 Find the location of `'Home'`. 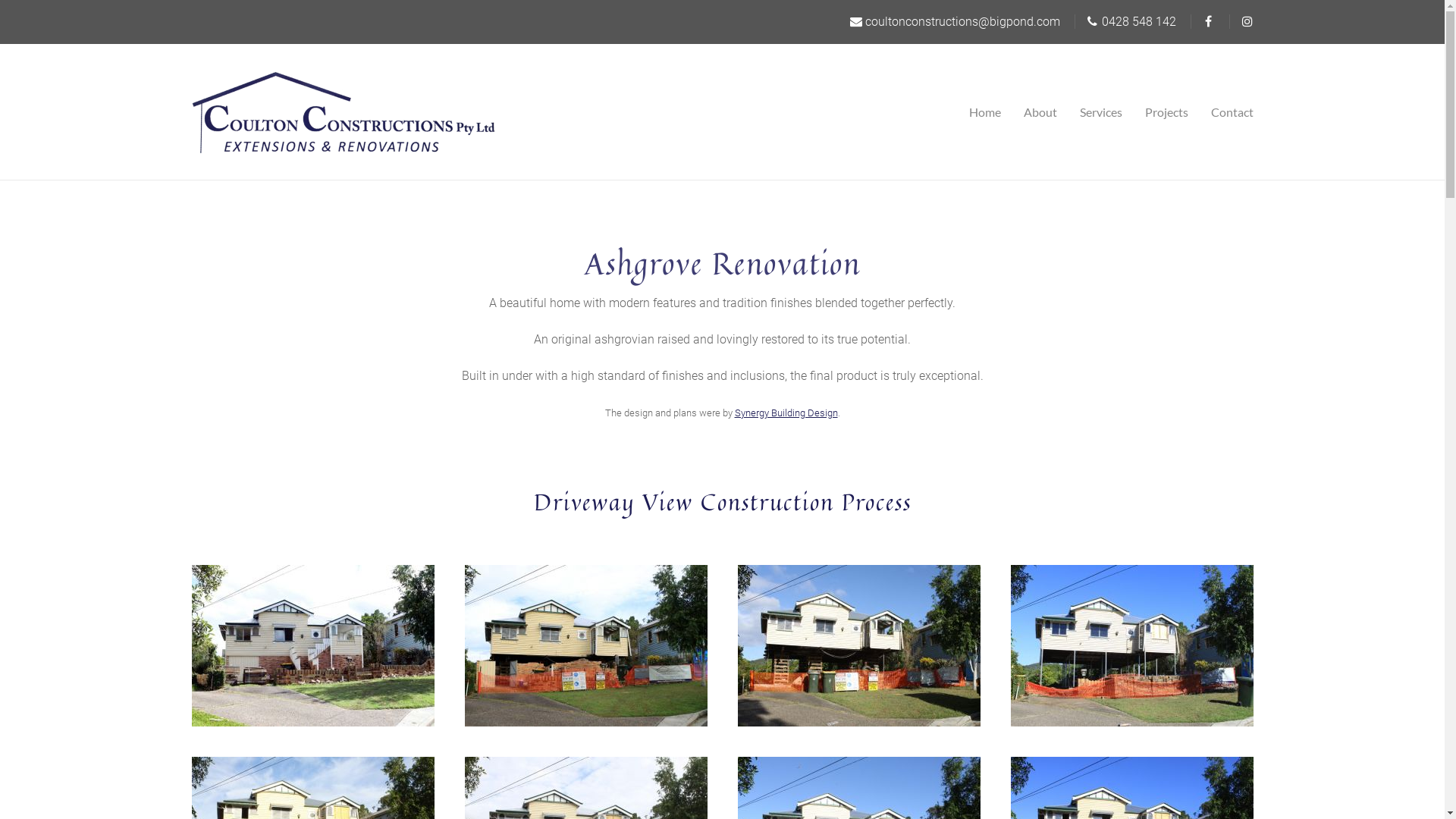

'Home' is located at coordinates (990, 111).